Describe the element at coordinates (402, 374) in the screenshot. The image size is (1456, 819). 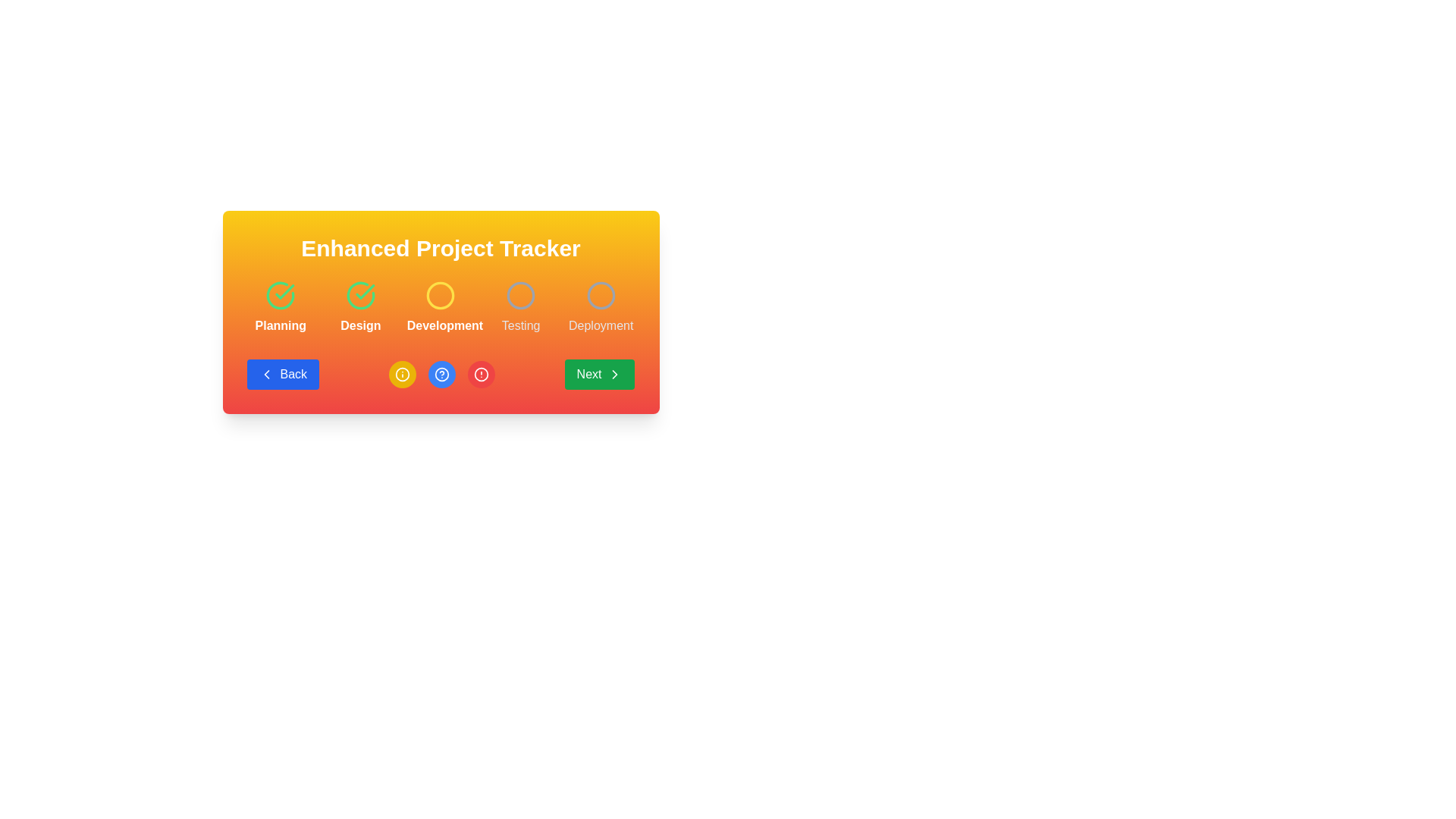
I see `the circular informational icon button, which has a yellow background and contains an 'i' symbol` at that location.